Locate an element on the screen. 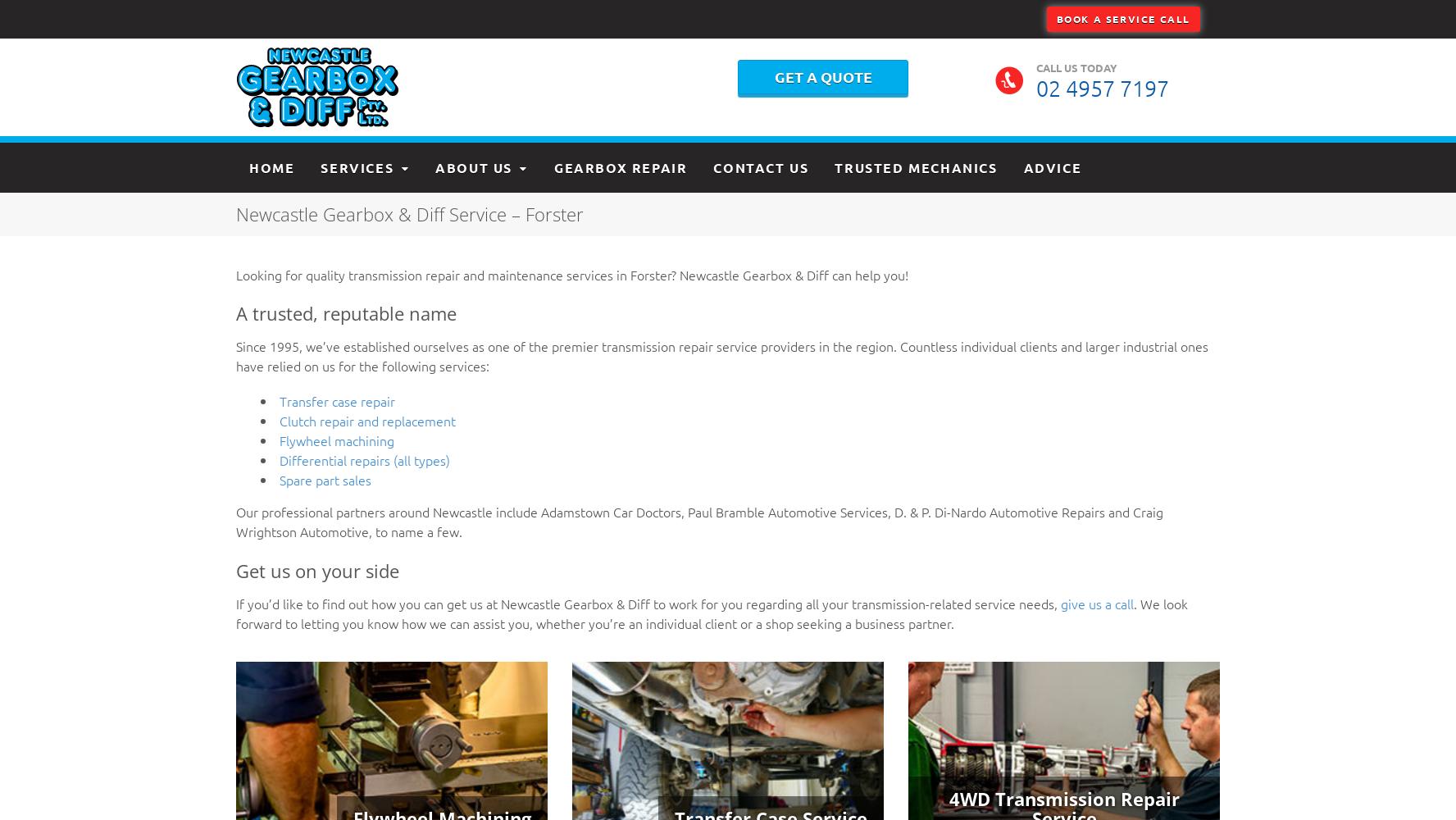 The height and width of the screenshot is (820, 1456). 'Since 1995, we’ve established ourselves as one of the premier transmission repair service providers in the region. Countless individual clients and larger industrial ones have relied on us for the following services:' is located at coordinates (722, 356).